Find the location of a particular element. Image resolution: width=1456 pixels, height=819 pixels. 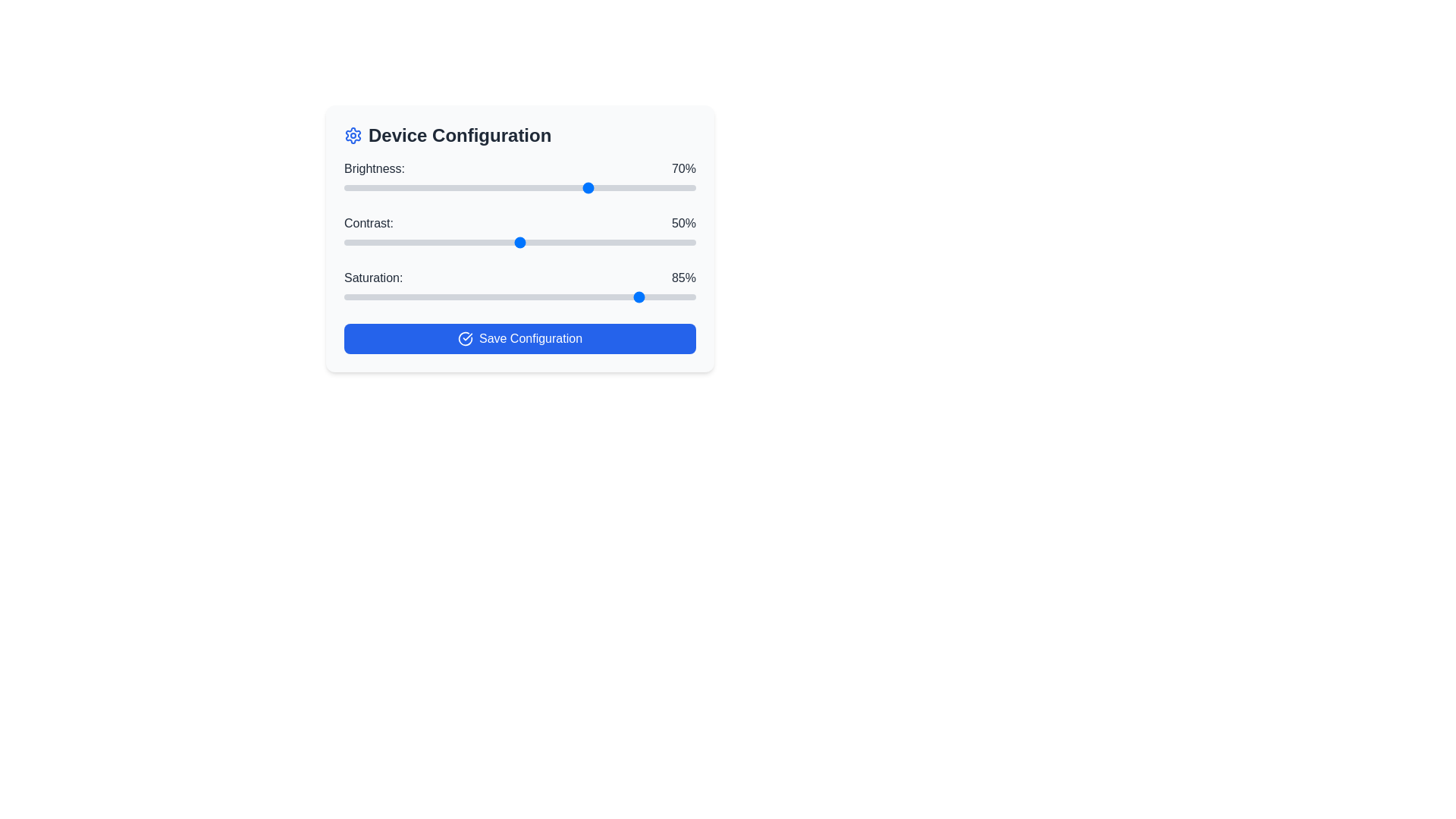

the gear icon that signifies configuration options for modifying settings related to 'Device Configuration', positioned to the left of the text 'Device Configuration' is located at coordinates (352, 134).